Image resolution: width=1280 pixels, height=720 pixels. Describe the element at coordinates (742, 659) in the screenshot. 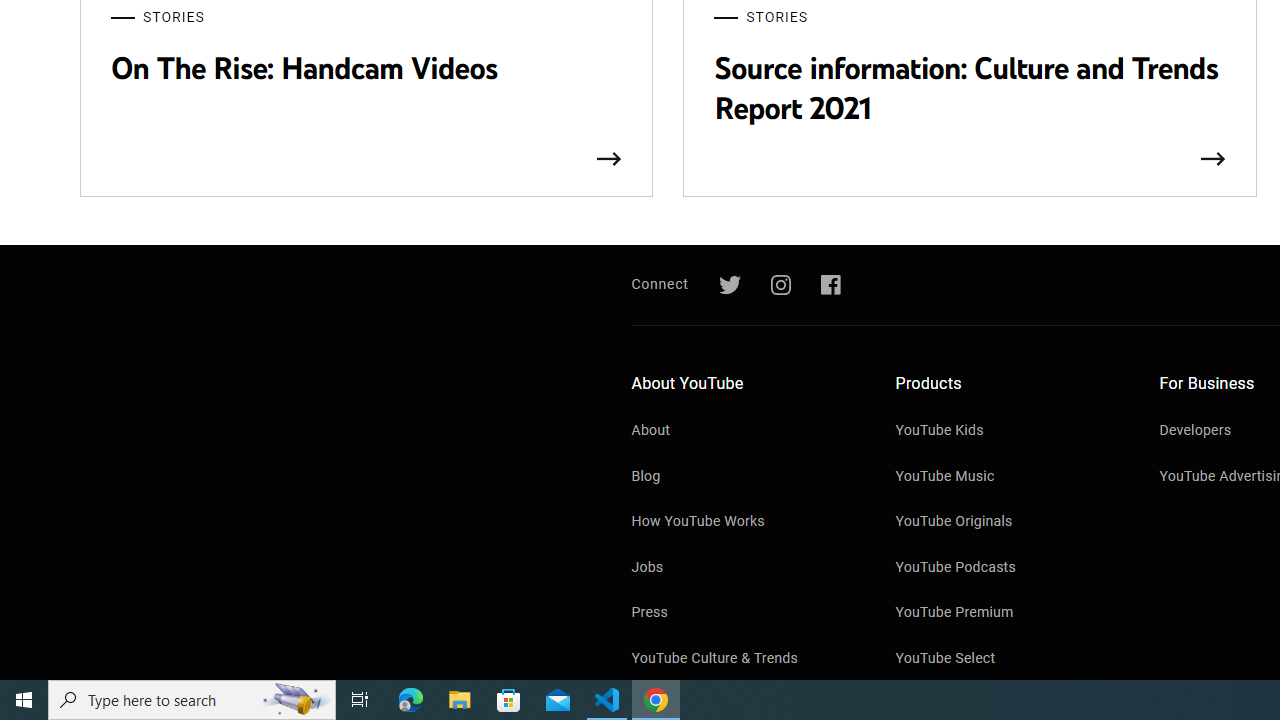

I see `'YouTube Culture & Trends'` at that location.